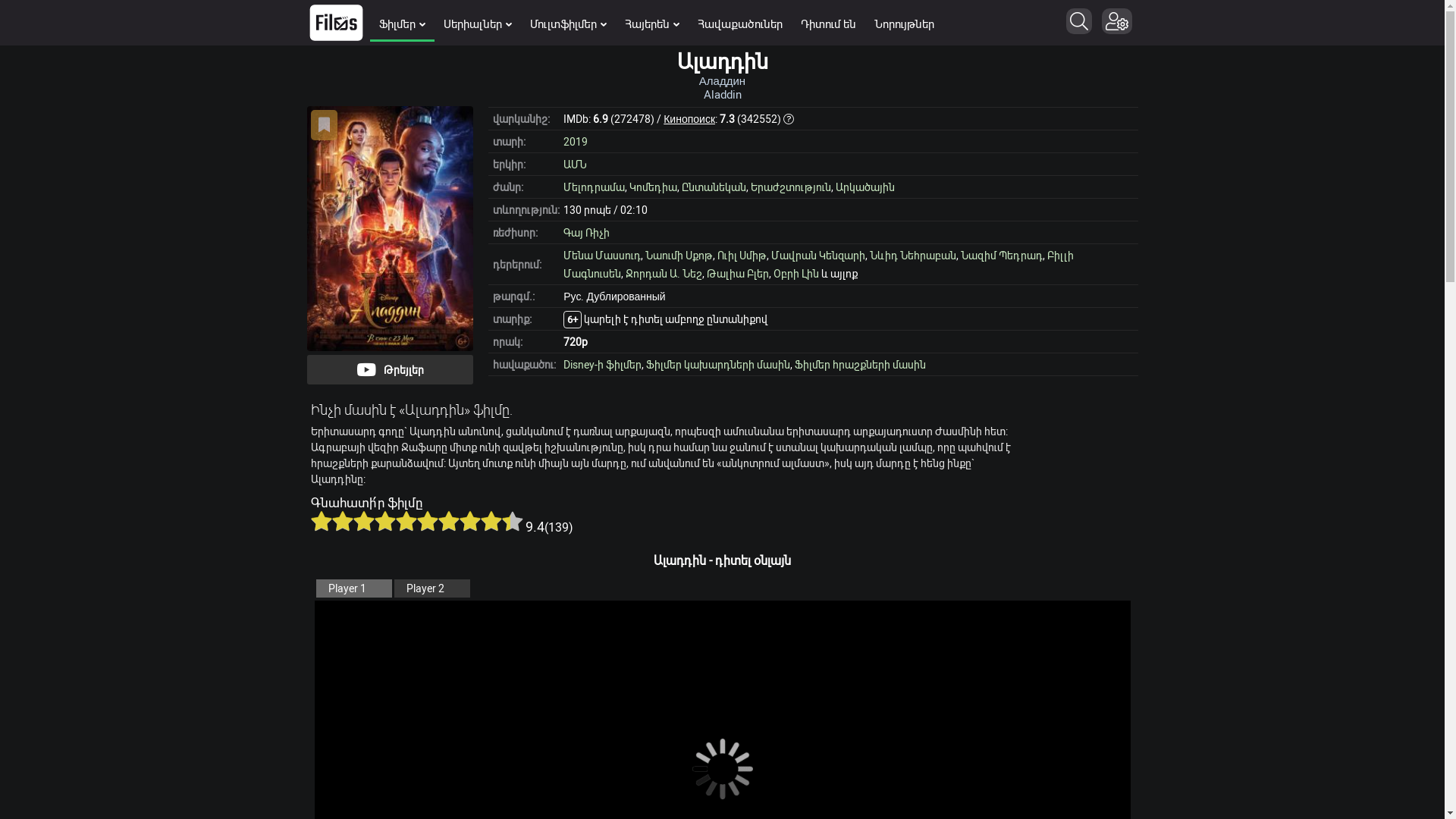  I want to click on '8', so click(458, 519).